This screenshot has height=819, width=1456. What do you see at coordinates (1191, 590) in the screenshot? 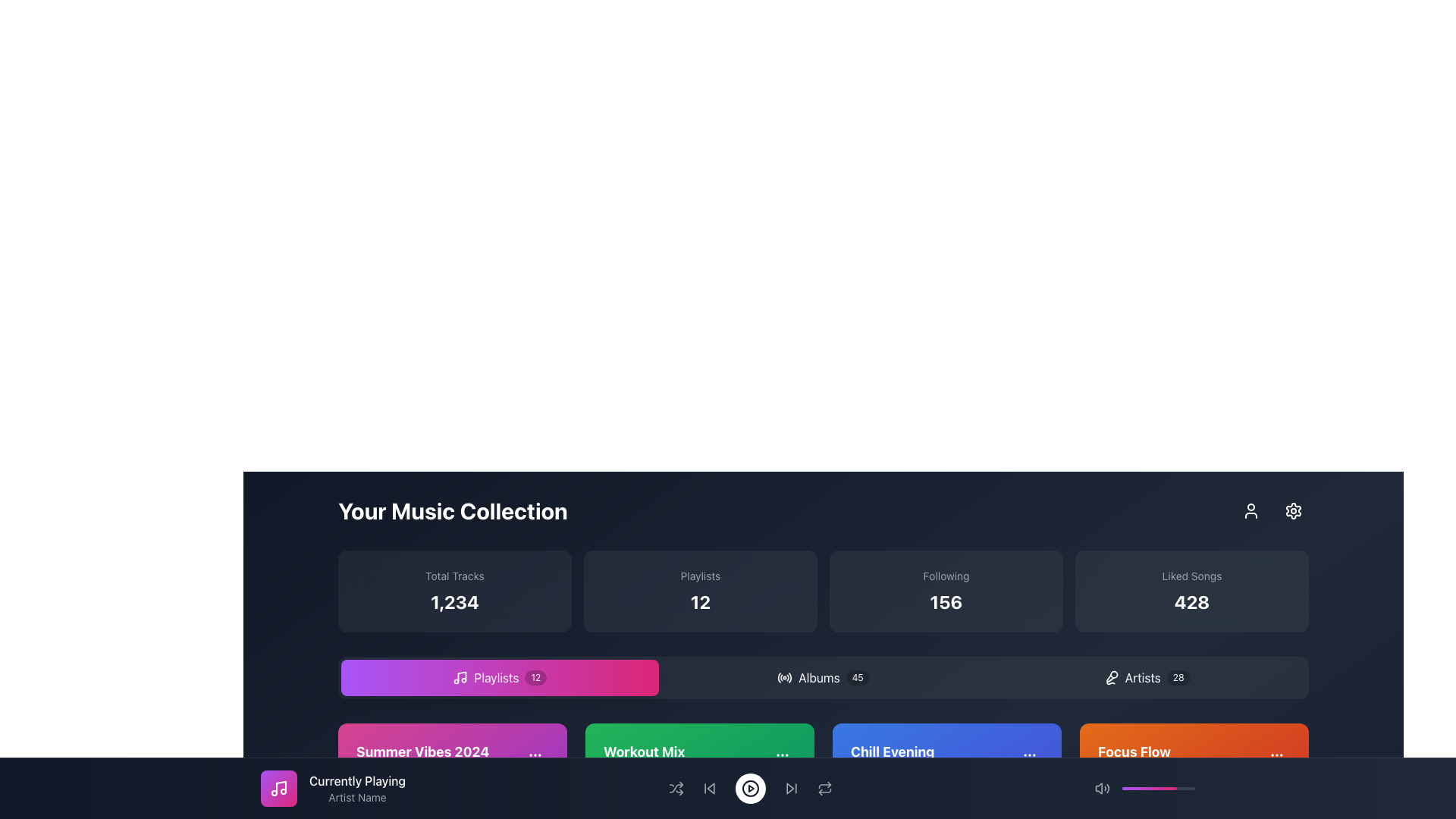
I see `the Informative card displaying 'Liked Songs' with the numerical figure '428' on a dark background, located at the far right of the row of cards` at bounding box center [1191, 590].